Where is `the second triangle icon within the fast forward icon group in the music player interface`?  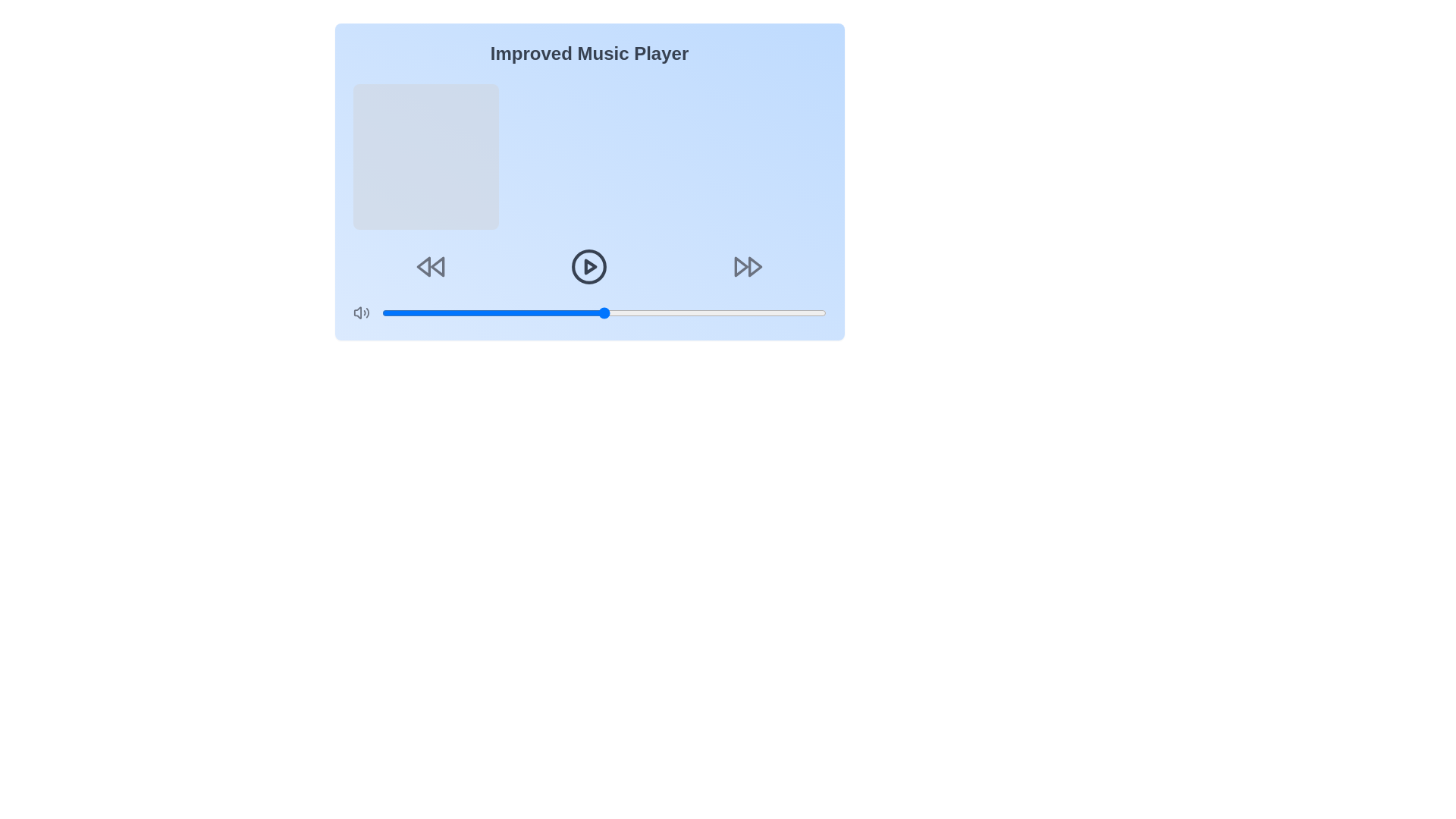 the second triangle icon within the fast forward icon group in the music player interface is located at coordinates (755, 265).